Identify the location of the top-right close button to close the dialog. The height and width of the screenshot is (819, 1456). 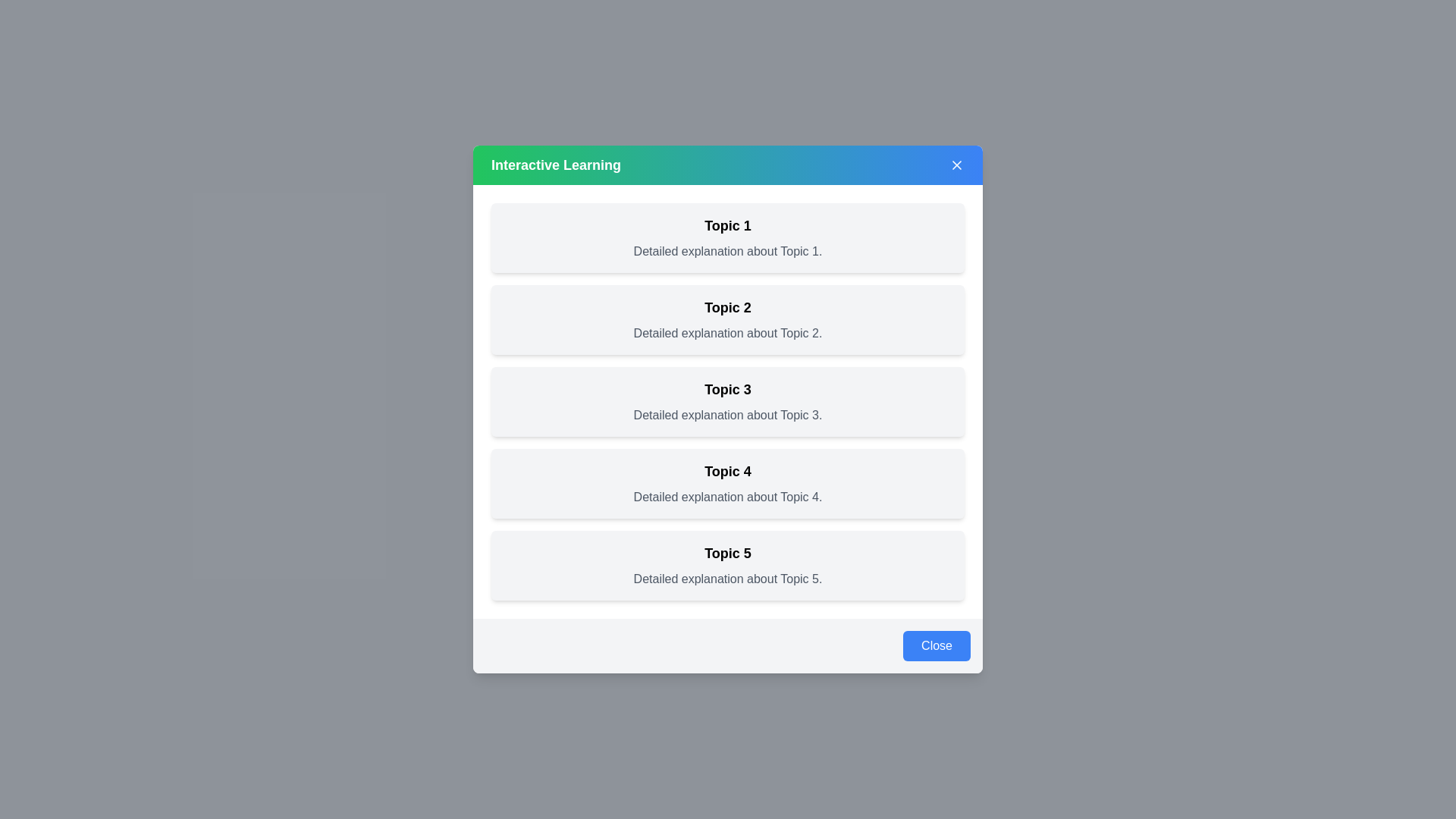
(956, 165).